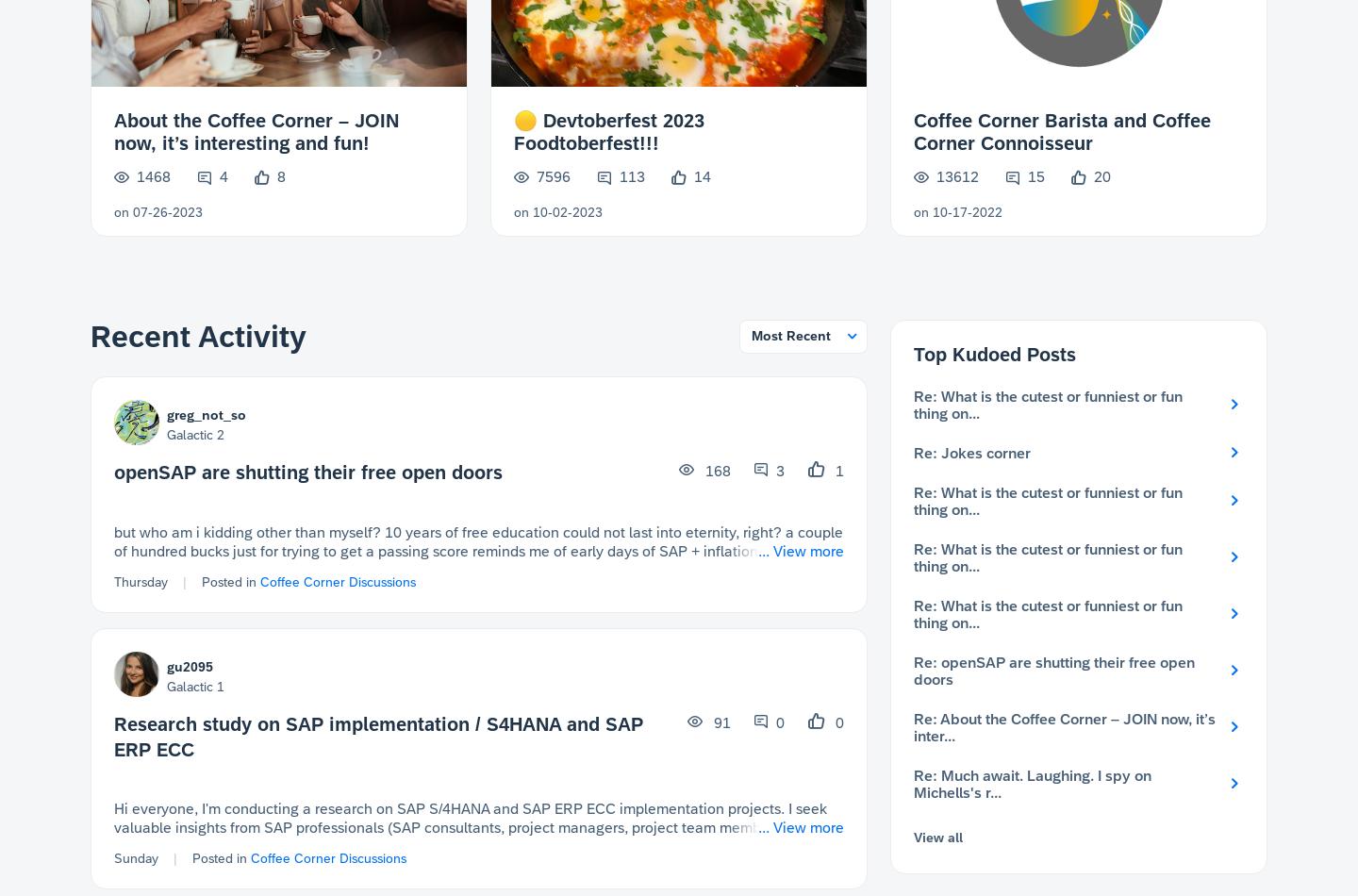  What do you see at coordinates (553, 175) in the screenshot?
I see `'7596'` at bounding box center [553, 175].